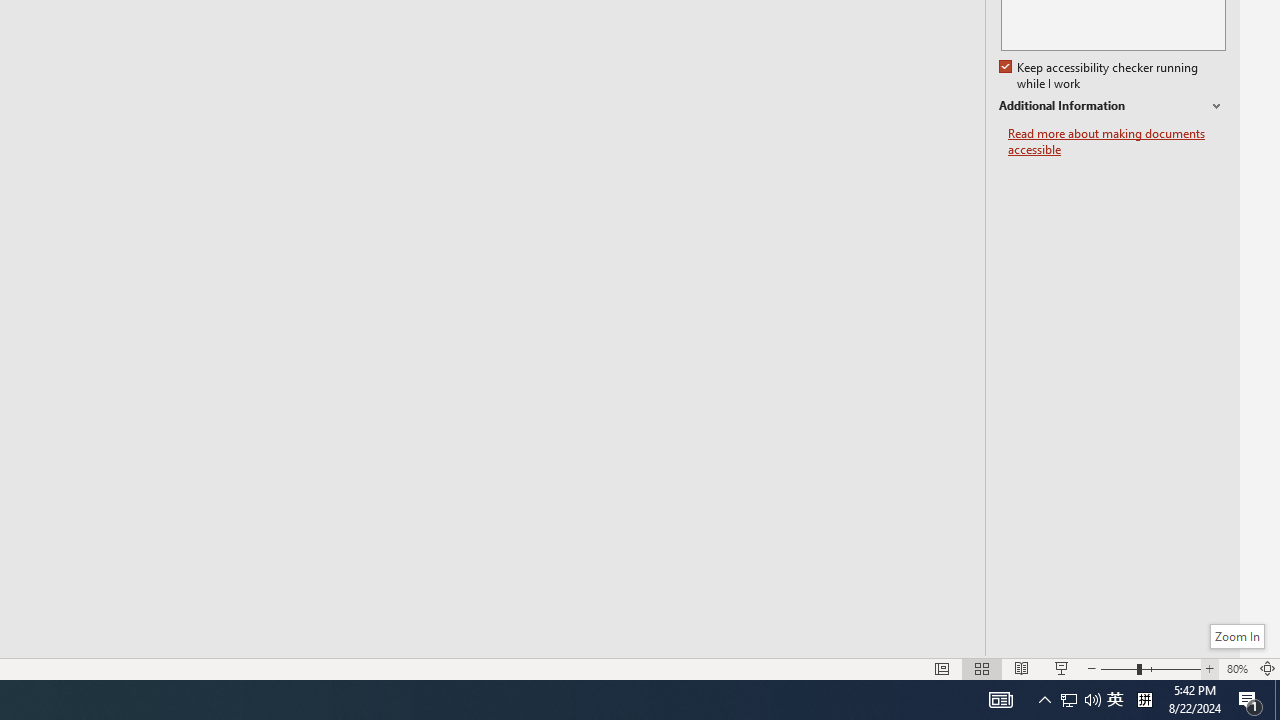 The image size is (1280, 720). I want to click on 'Zoom 80%', so click(1236, 669).